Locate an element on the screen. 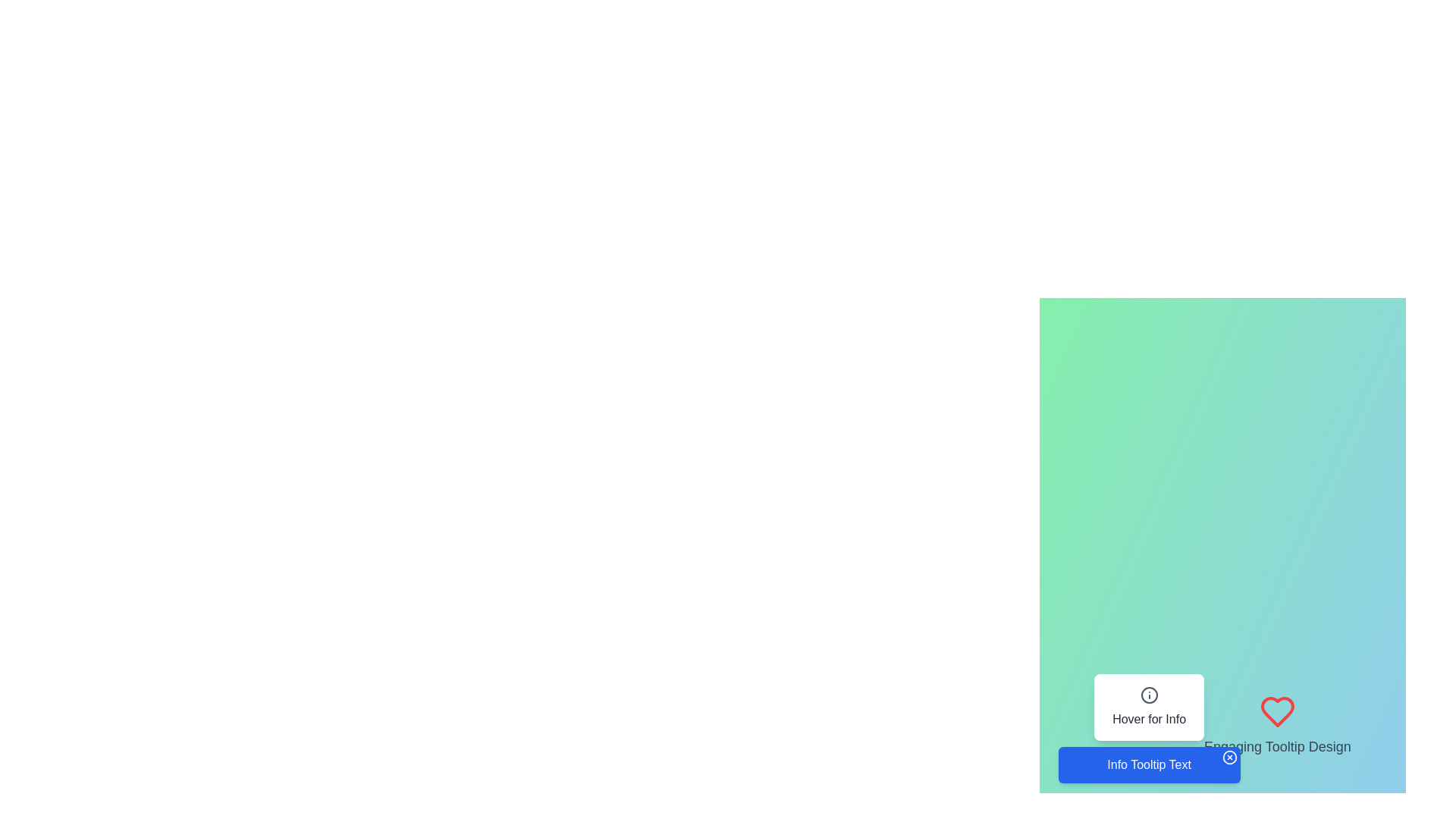  the close button located at the top-right corner of the tooltip box is located at coordinates (1229, 758).